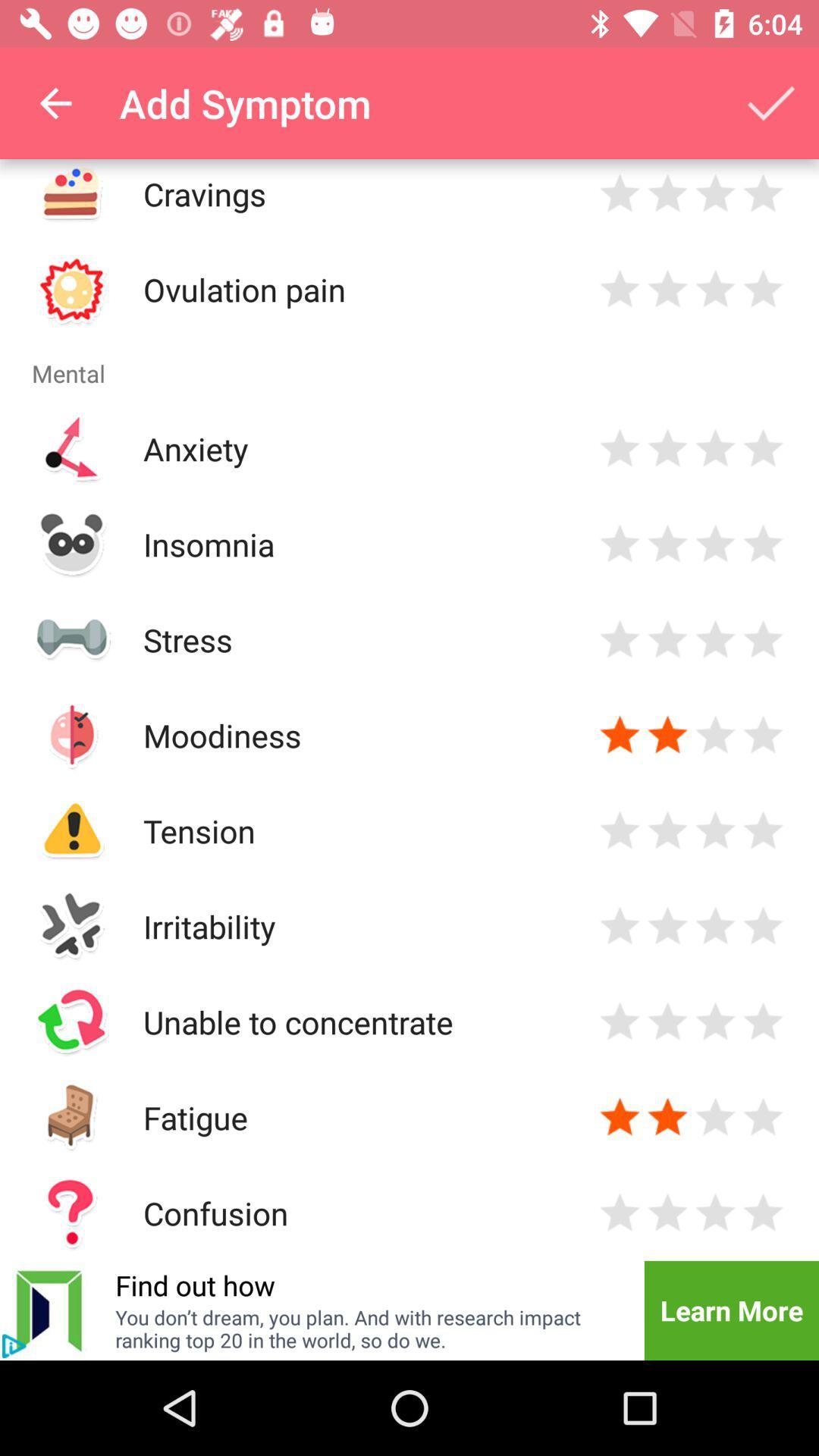 This screenshot has width=819, height=1456. What do you see at coordinates (14, 1346) in the screenshot?
I see `extra information of advertisement` at bounding box center [14, 1346].